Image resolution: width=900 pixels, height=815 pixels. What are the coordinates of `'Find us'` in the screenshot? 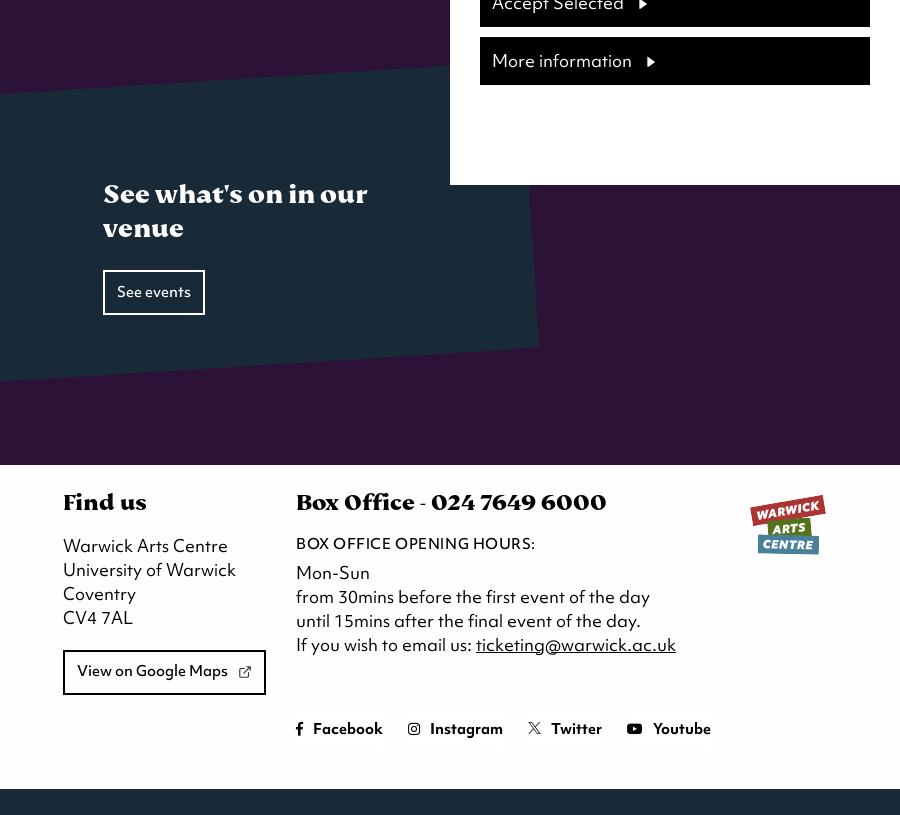 It's located at (104, 502).